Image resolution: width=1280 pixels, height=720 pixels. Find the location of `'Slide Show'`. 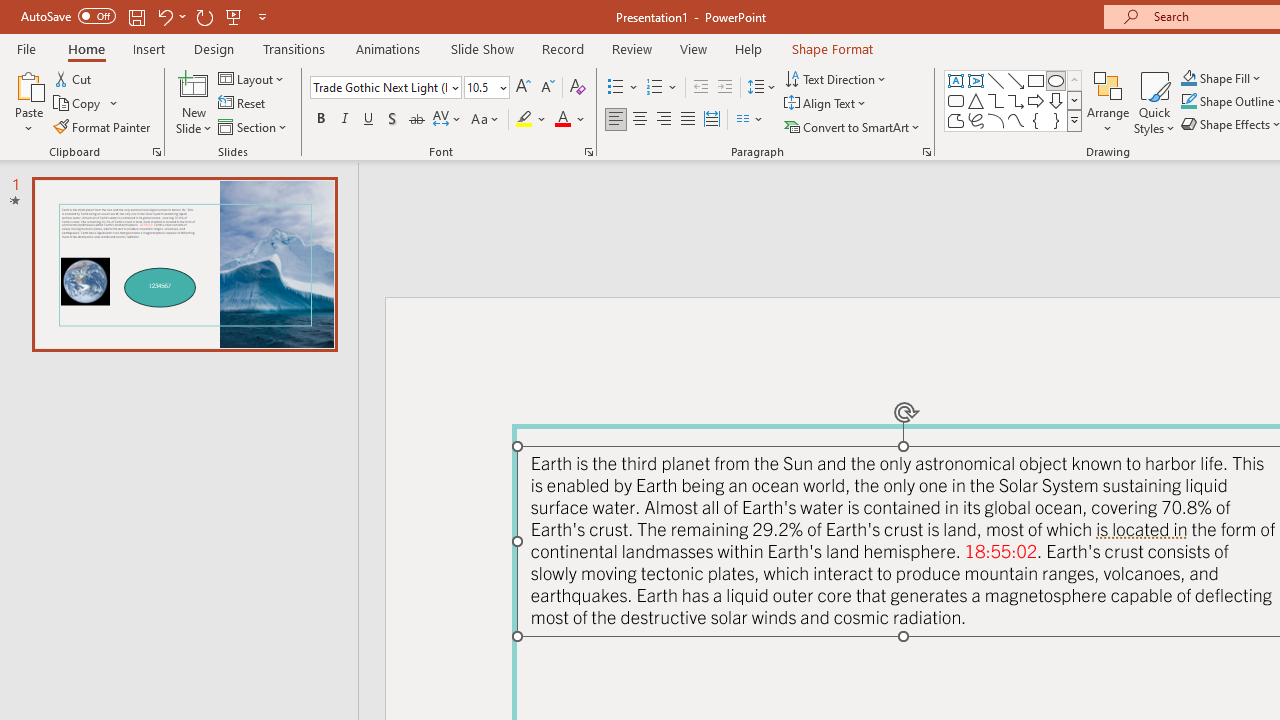

'Slide Show' is located at coordinates (481, 48).